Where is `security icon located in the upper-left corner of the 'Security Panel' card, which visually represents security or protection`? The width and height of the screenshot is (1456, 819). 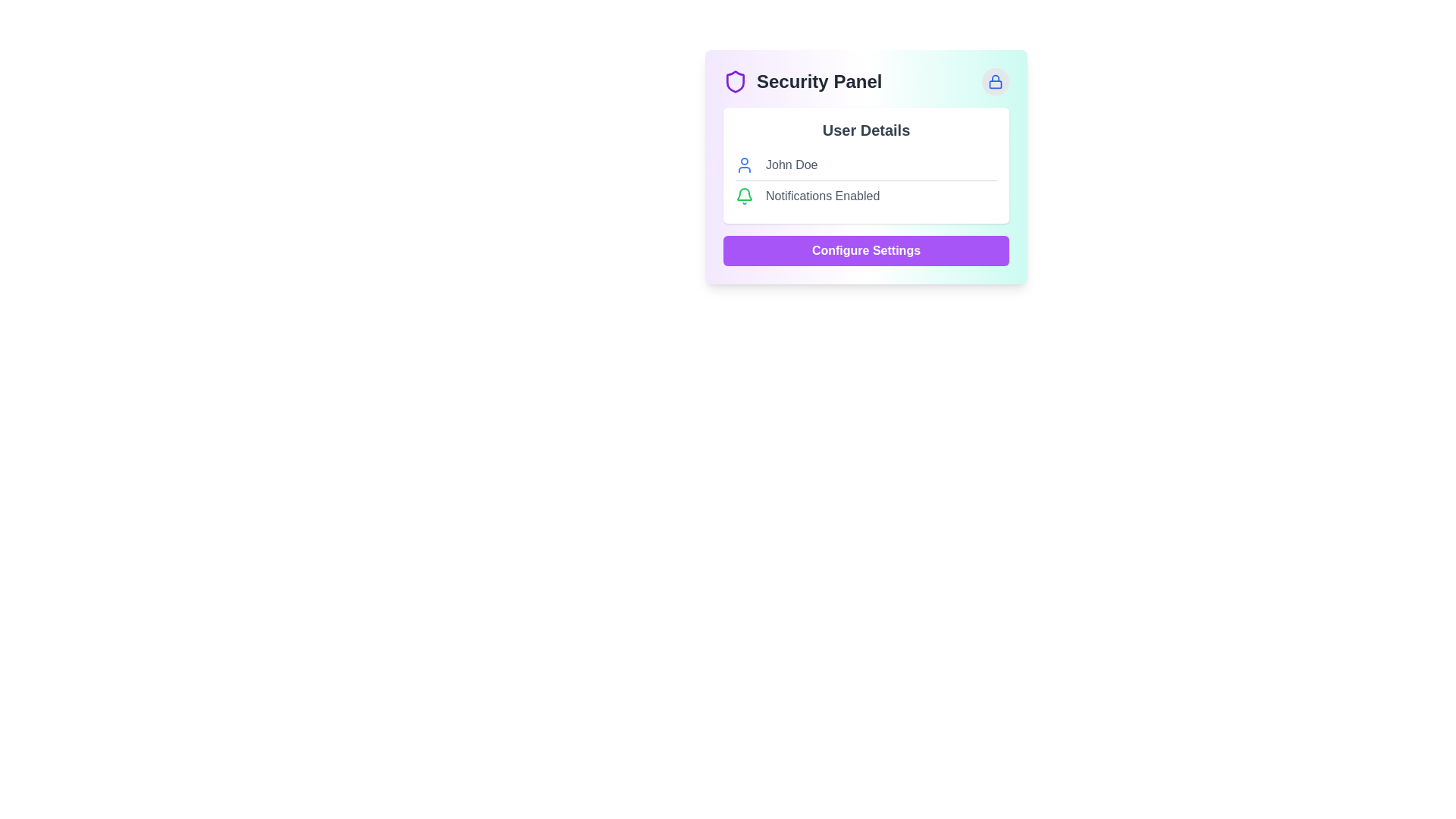 security icon located in the upper-left corner of the 'Security Panel' card, which visually represents security or protection is located at coordinates (735, 82).